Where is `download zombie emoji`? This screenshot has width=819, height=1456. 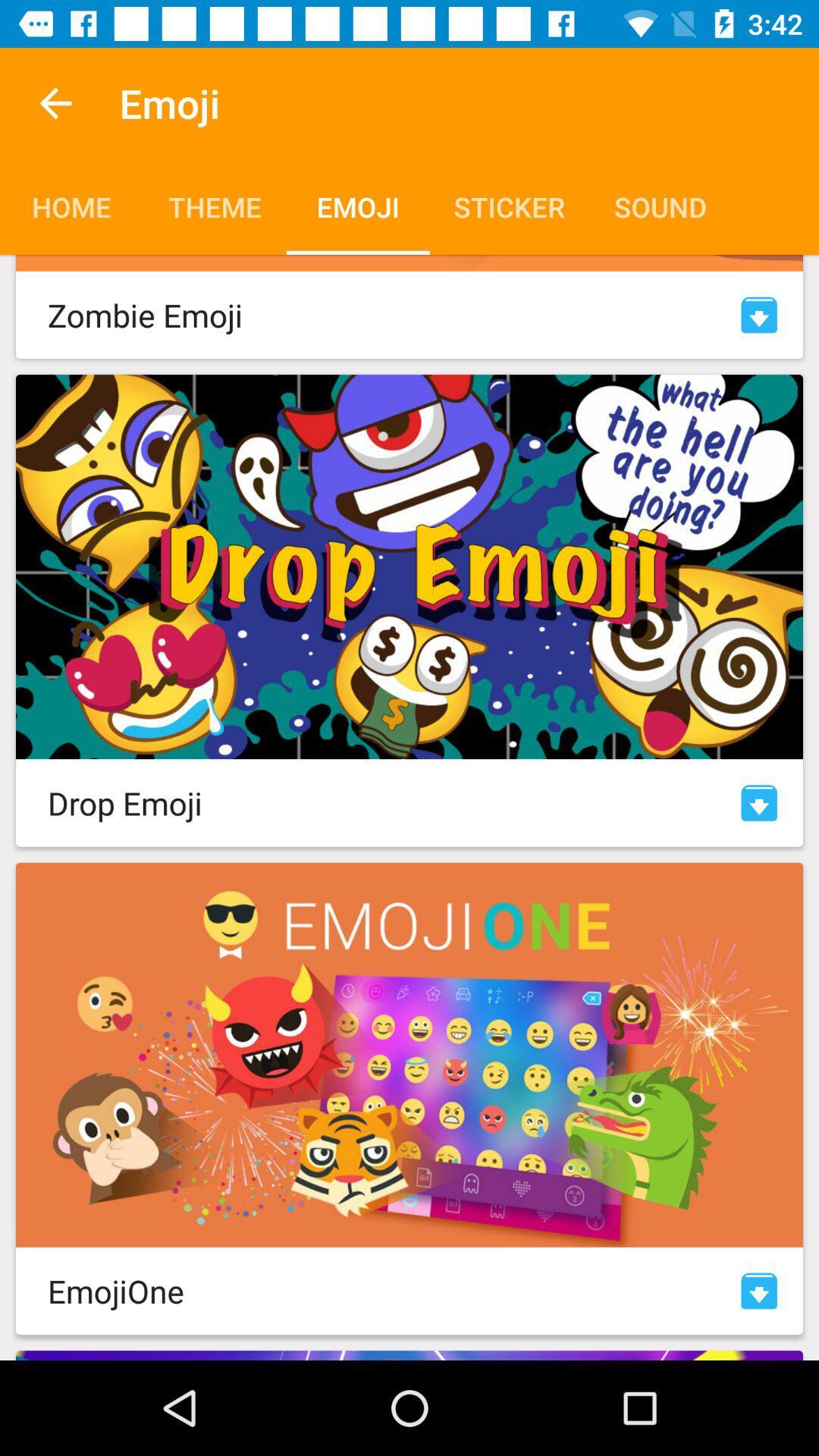
download zombie emoji is located at coordinates (759, 314).